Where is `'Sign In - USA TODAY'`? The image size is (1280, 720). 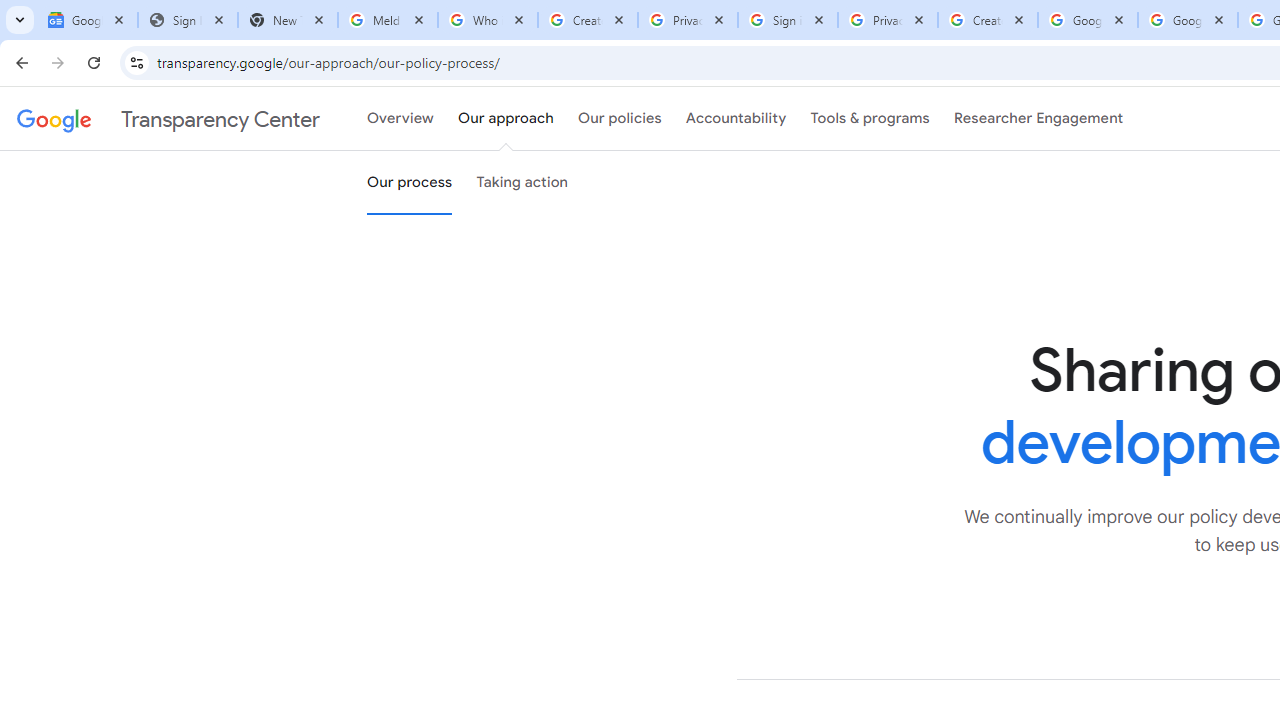 'Sign In - USA TODAY' is located at coordinates (188, 20).